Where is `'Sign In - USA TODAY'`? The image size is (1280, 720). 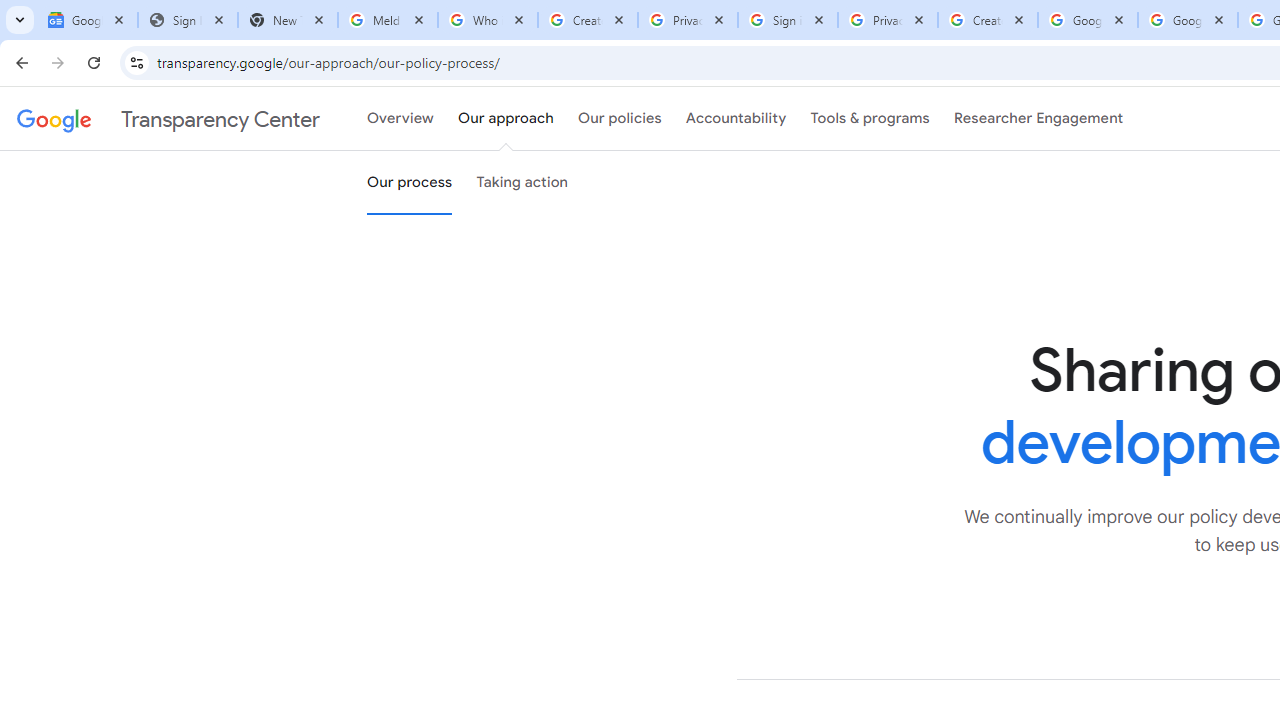 'Sign In - USA TODAY' is located at coordinates (188, 20).